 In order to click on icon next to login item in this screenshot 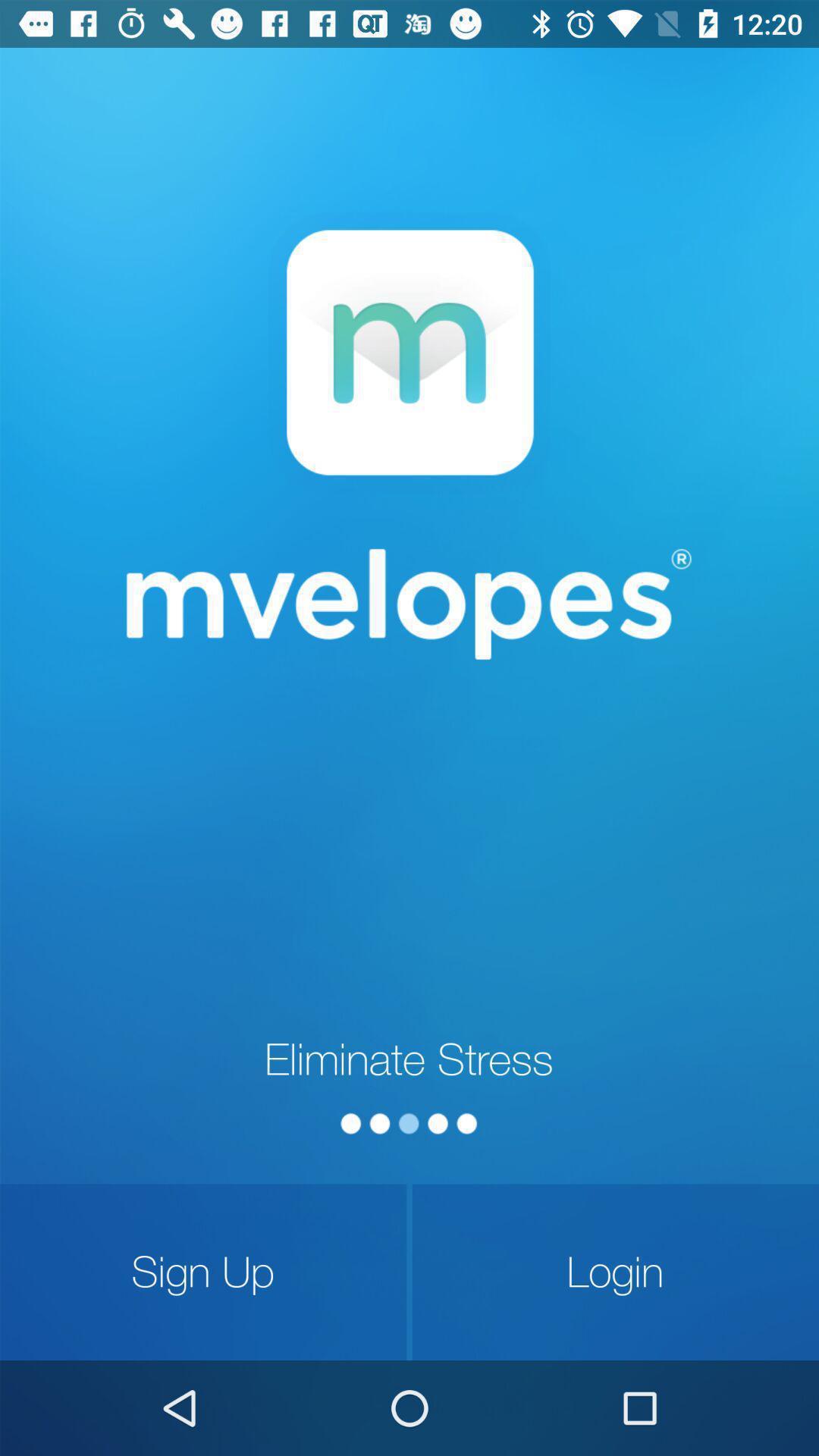, I will do `click(202, 1272)`.